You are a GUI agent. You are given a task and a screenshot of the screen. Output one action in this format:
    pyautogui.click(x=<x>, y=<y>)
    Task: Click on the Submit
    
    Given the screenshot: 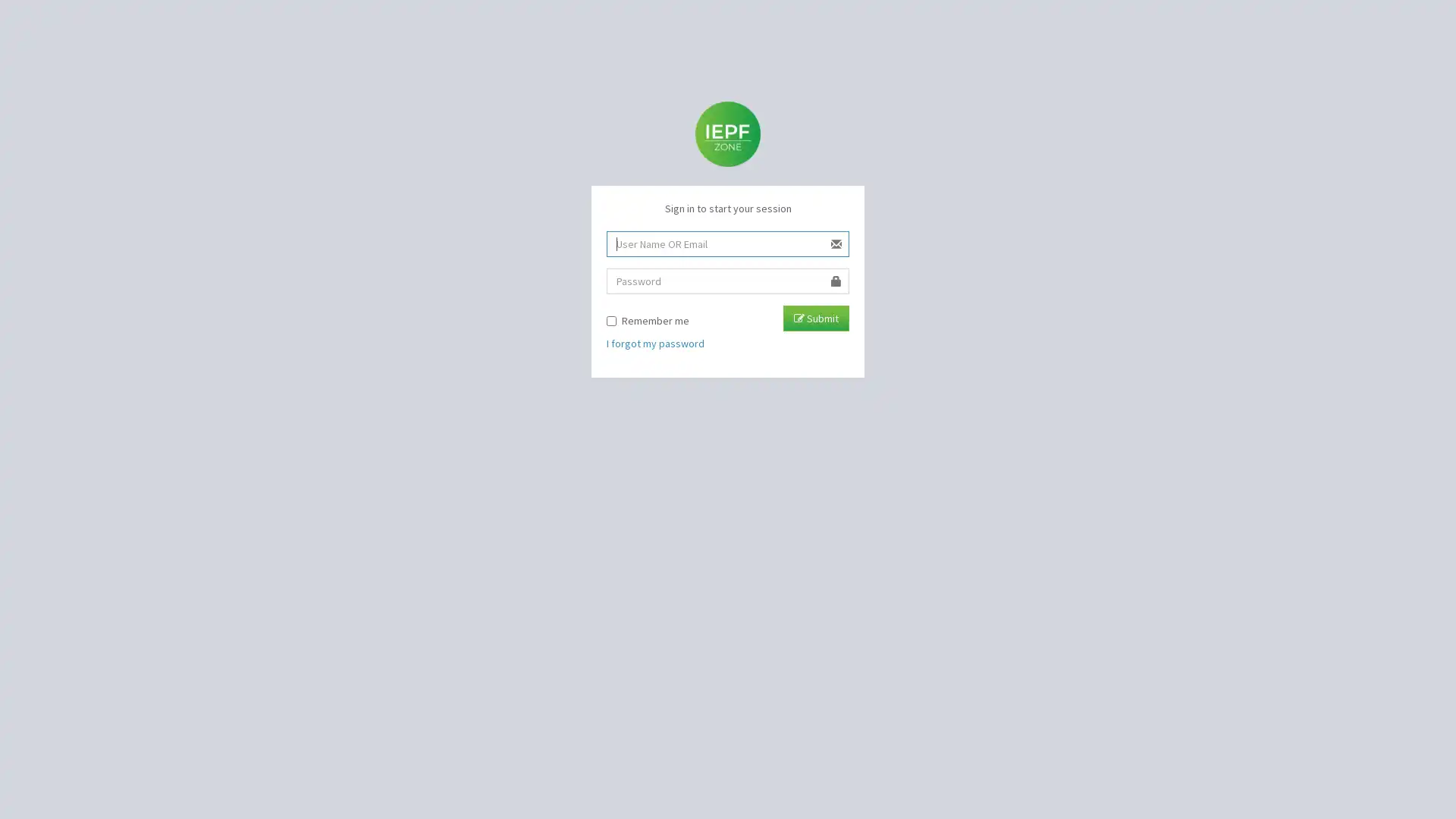 What is the action you would take?
    pyautogui.click(x=814, y=318)
    